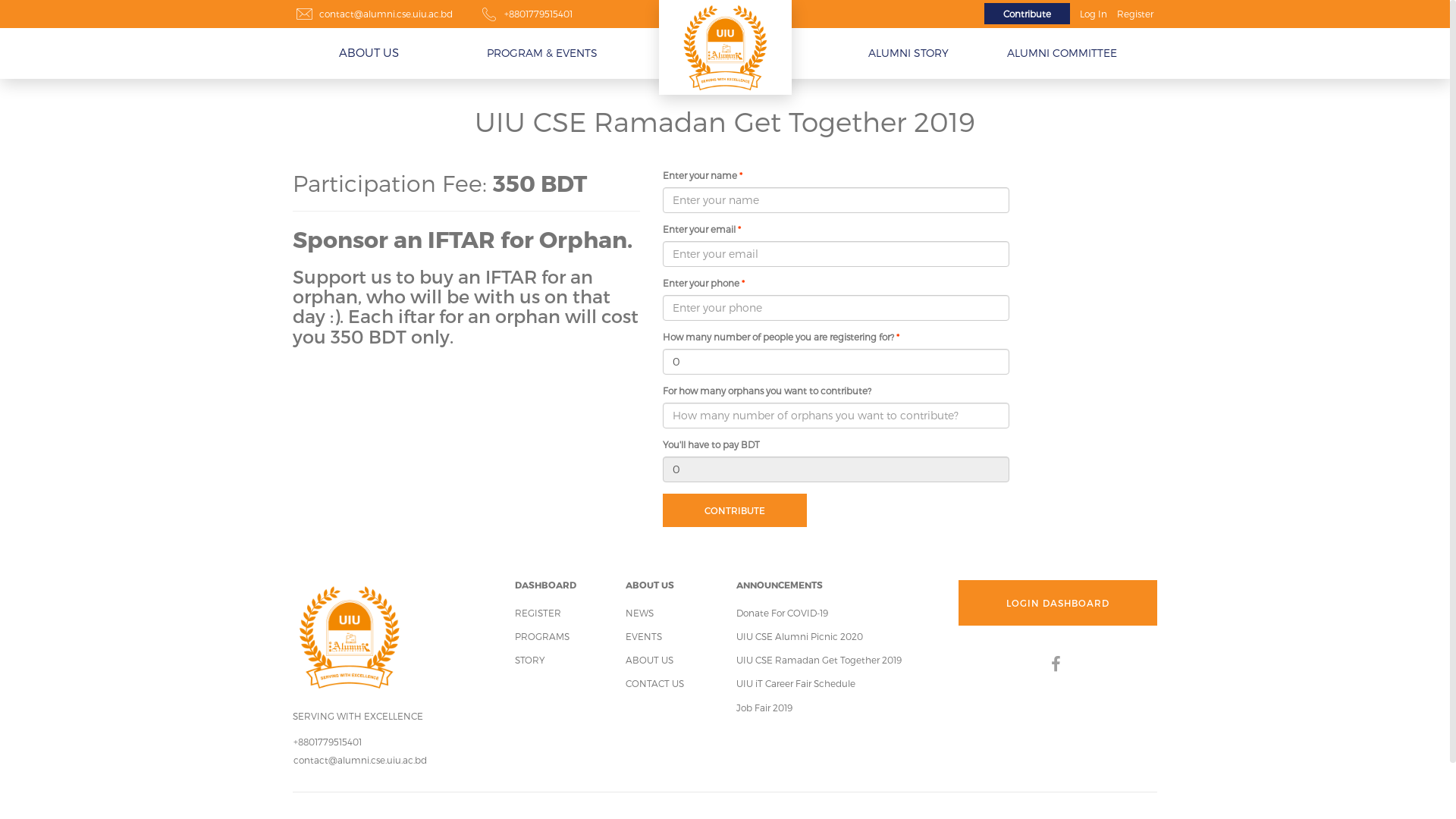 The image size is (1456, 819). What do you see at coordinates (529, 659) in the screenshot?
I see `'STORY'` at bounding box center [529, 659].